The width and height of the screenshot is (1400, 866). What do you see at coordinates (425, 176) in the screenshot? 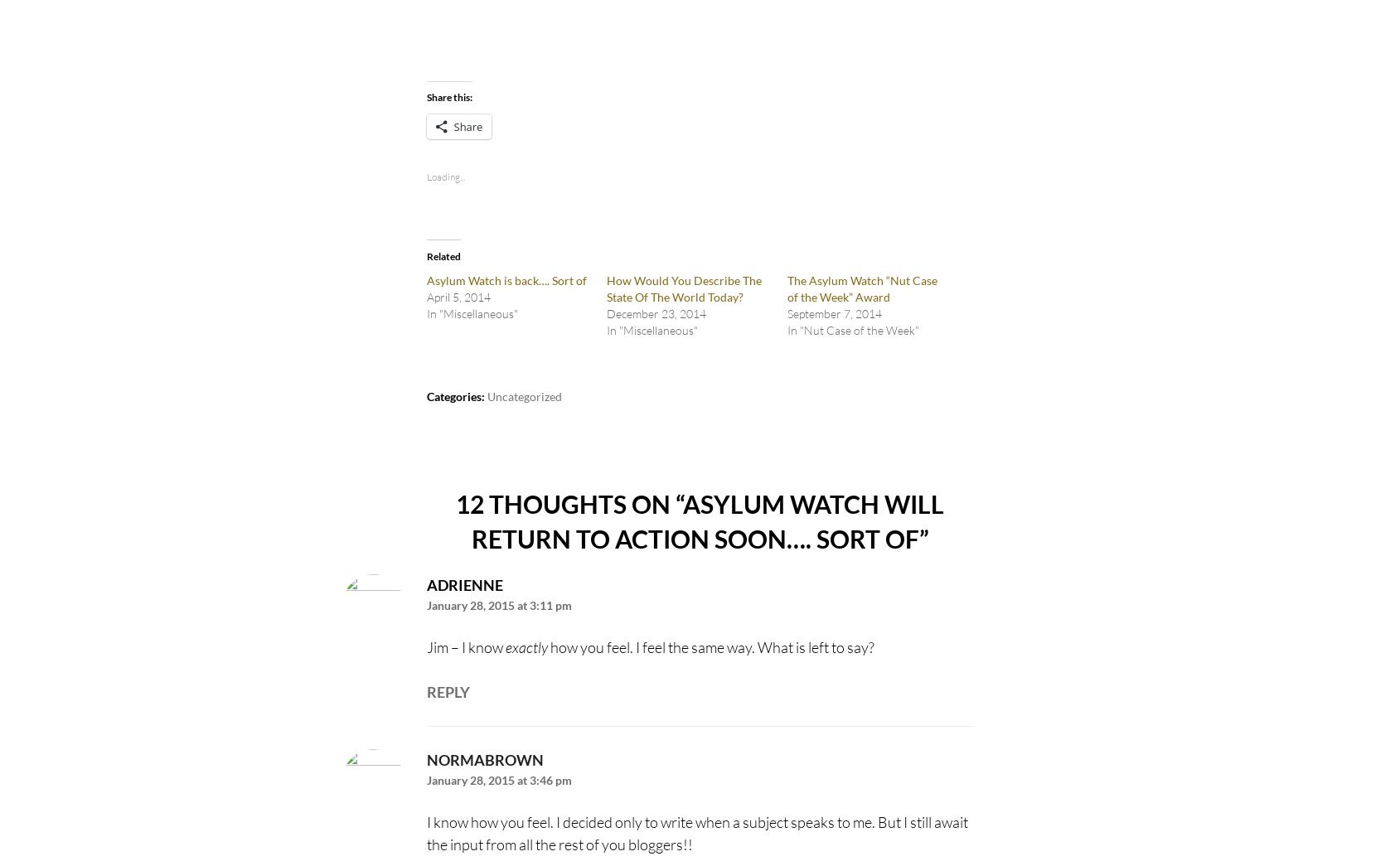
I see `'Loading...'` at bounding box center [425, 176].